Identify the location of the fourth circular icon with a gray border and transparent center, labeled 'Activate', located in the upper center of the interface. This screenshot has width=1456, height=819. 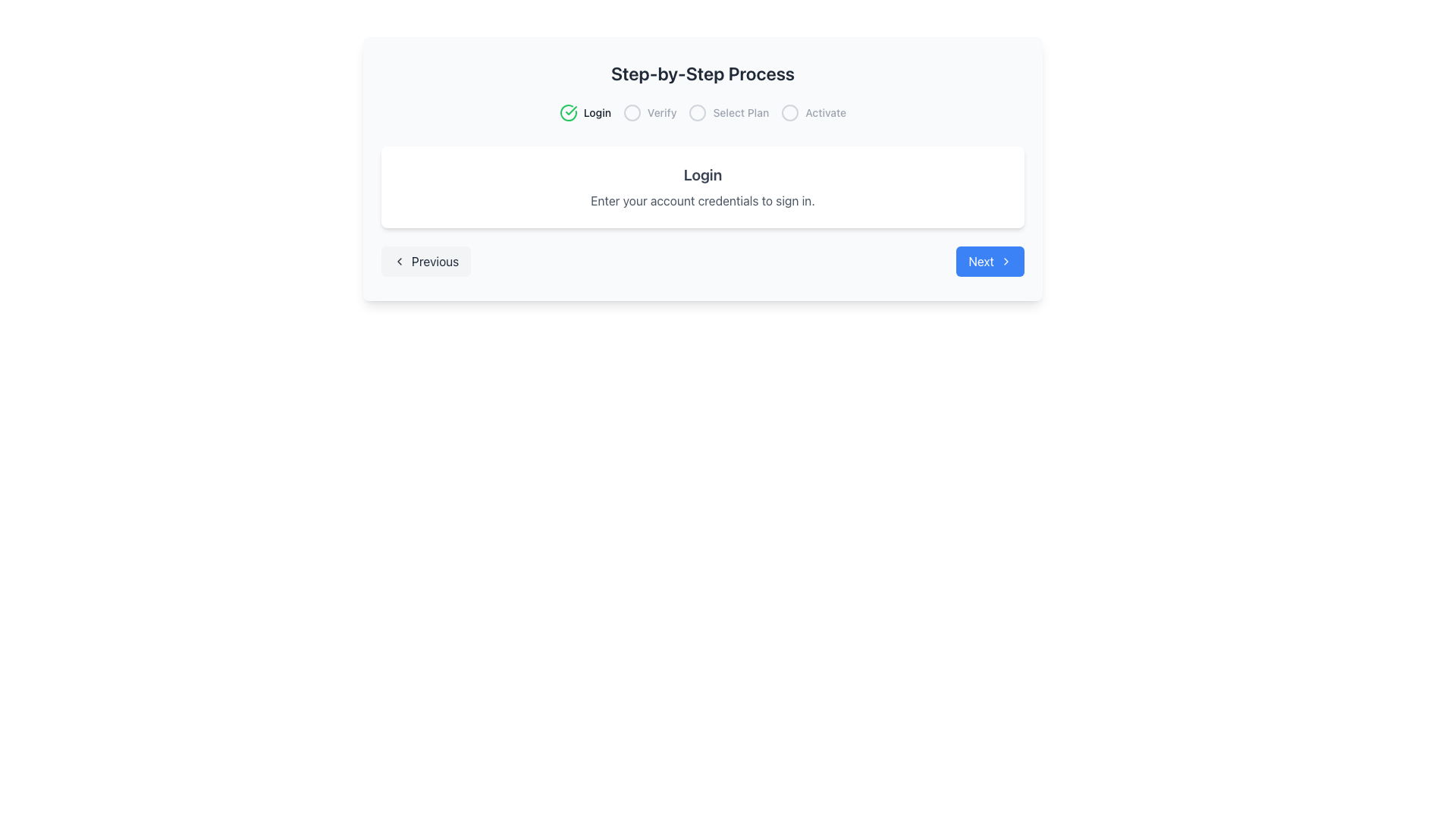
(789, 112).